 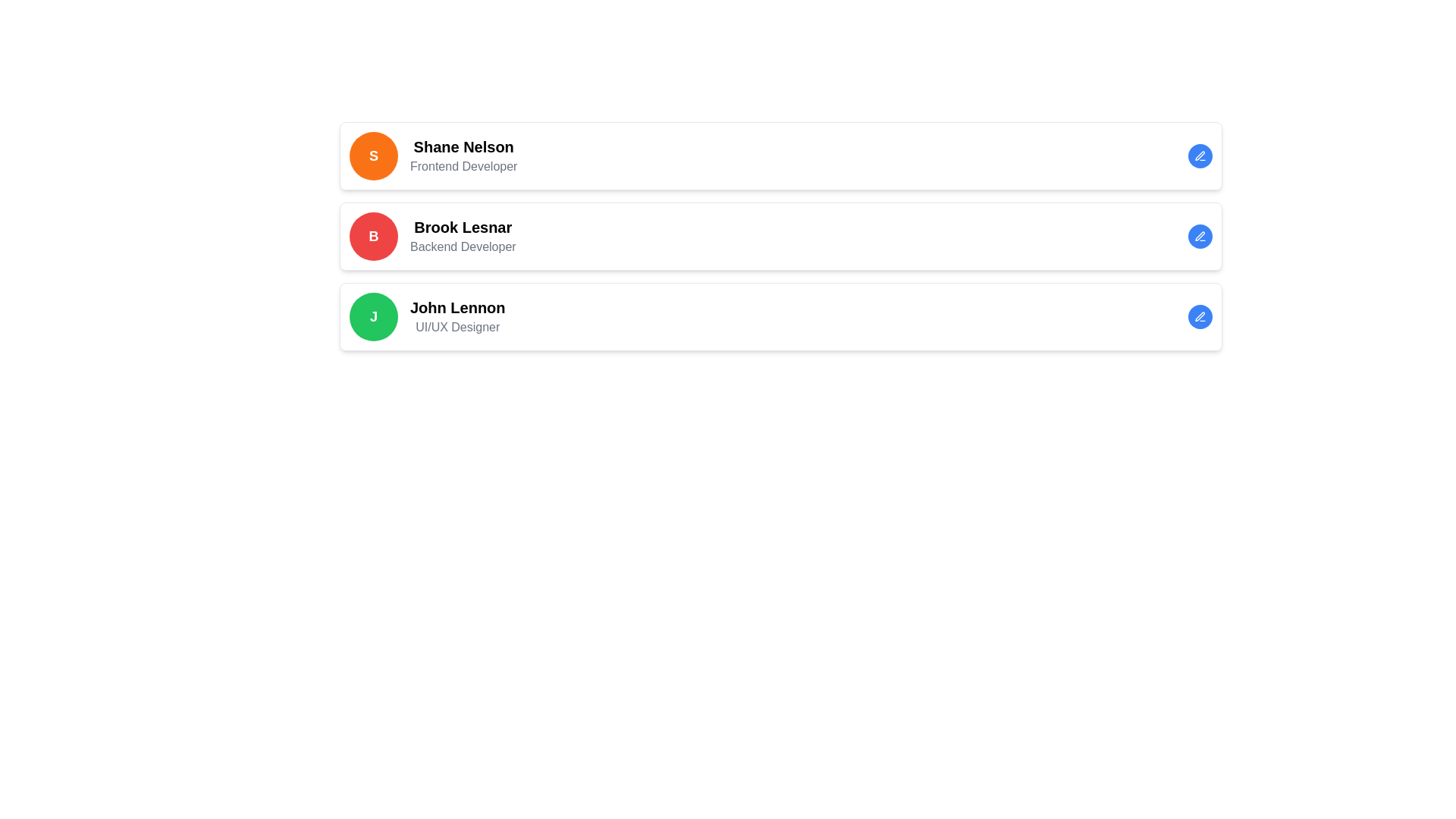 I want to click on user information displayed in the composite textual display element that combines a header (name) and subheader (role), located to the right of an orange circular icon labeled 'S' and above a blue circular button, so click(x=463, y=155).